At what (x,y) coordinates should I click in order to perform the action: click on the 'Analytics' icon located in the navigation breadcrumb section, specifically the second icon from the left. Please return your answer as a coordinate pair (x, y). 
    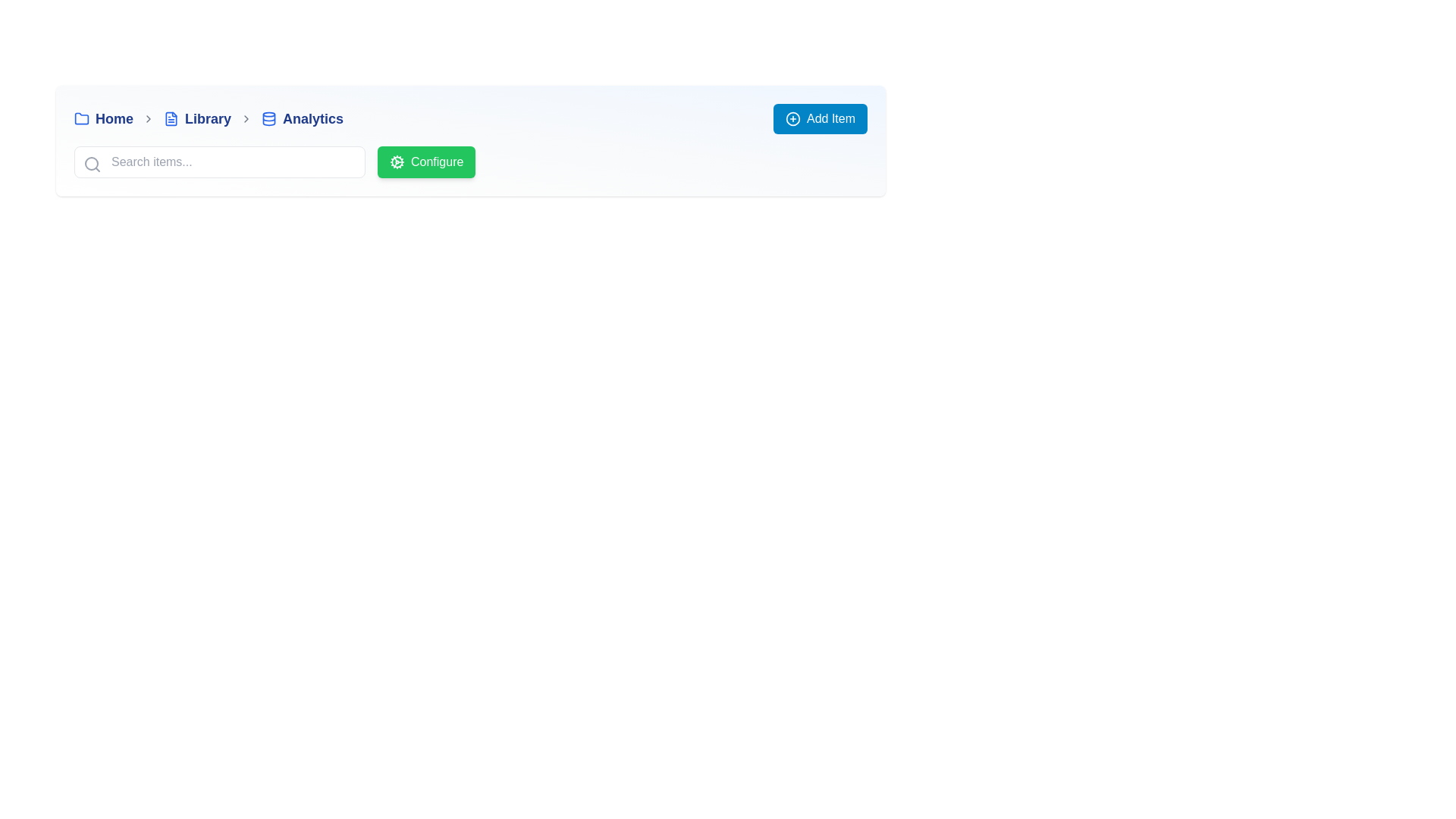
    Looking at the image, I should click on (269, 118).